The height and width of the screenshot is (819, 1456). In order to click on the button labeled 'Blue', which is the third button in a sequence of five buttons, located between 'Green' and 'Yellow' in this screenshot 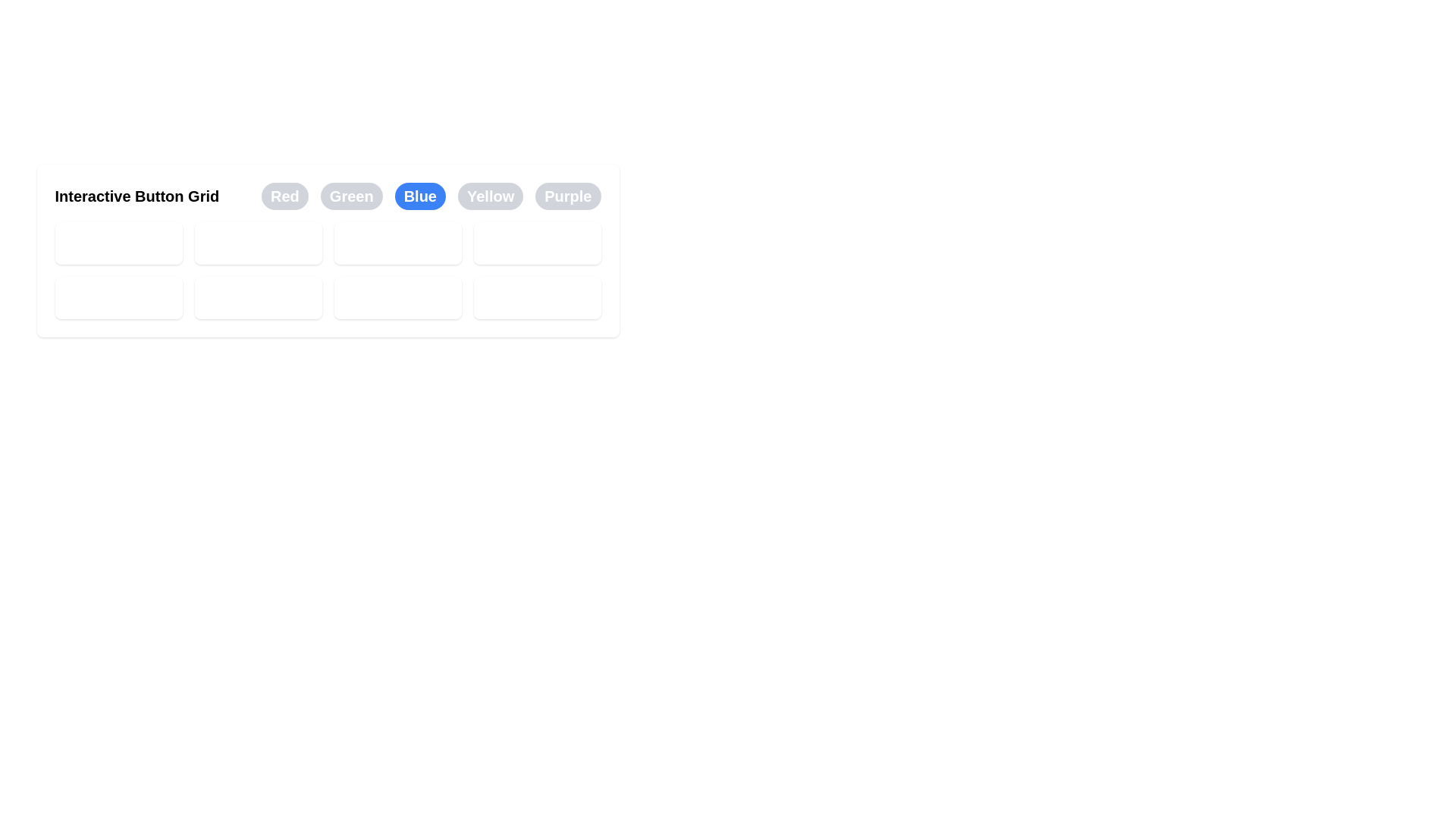, I will do `click(430, 195)`.